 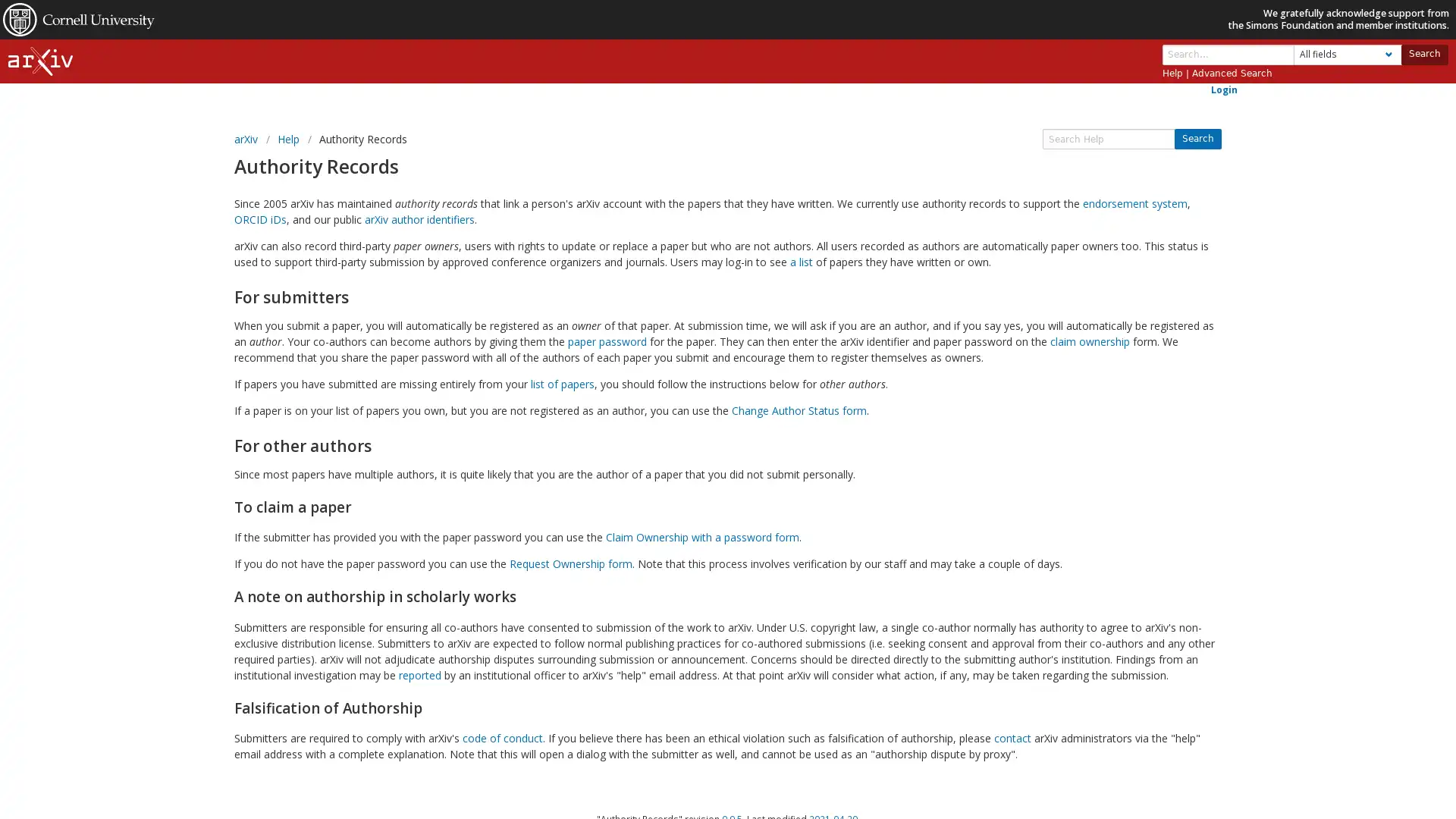 What do you see at coordinates (1197, 139) in the screenshot?
I see `Search` at bounding box center [1197, 139].